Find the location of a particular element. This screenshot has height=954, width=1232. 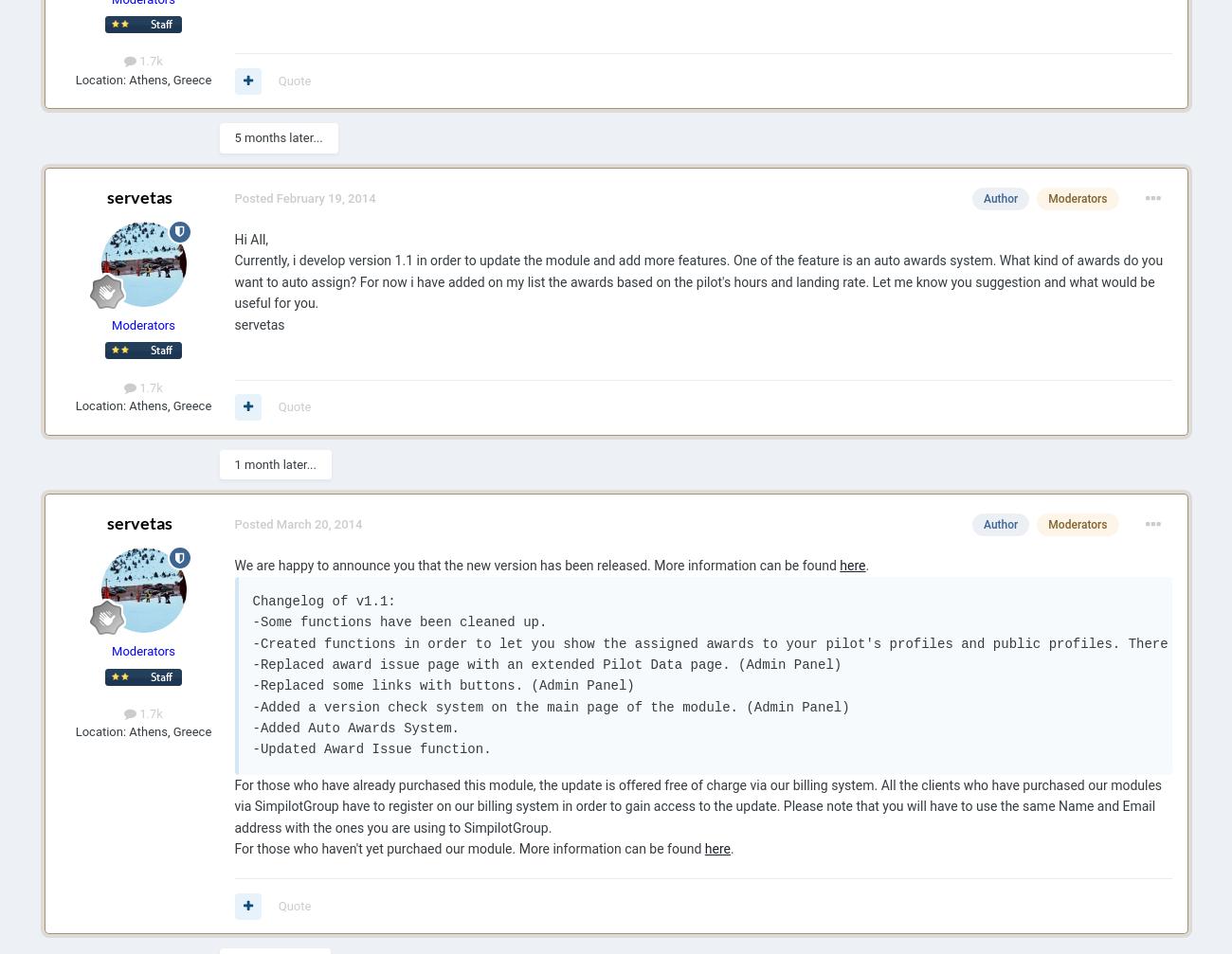

'We are happy to announce you that the new version has been released. More information can be found' is located at coordinates (535, 565).